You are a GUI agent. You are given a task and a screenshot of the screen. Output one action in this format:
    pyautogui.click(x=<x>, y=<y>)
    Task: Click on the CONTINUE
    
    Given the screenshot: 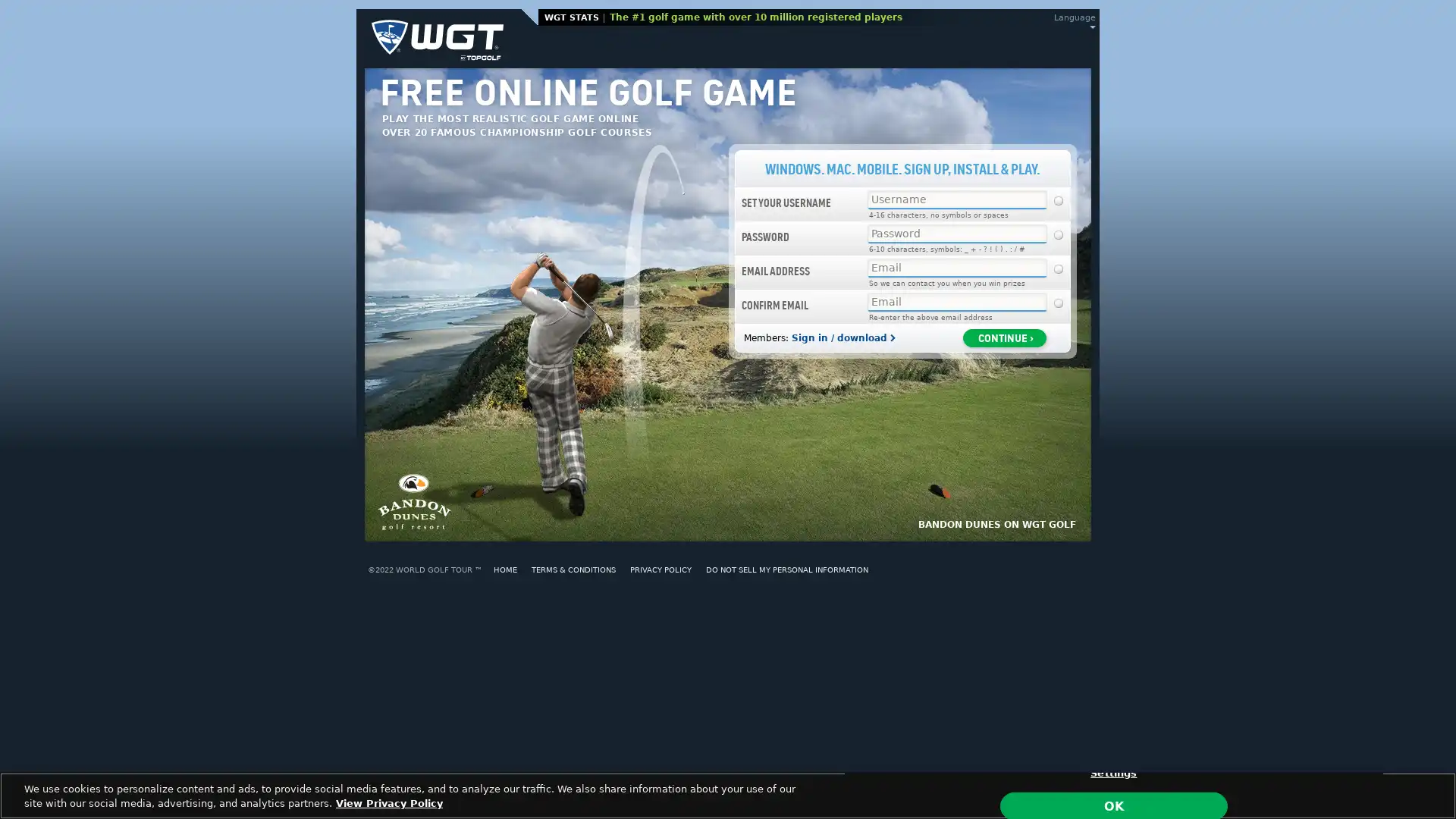 What is the action you would take?
    pyautogui.click(x=1004, y=336)
    